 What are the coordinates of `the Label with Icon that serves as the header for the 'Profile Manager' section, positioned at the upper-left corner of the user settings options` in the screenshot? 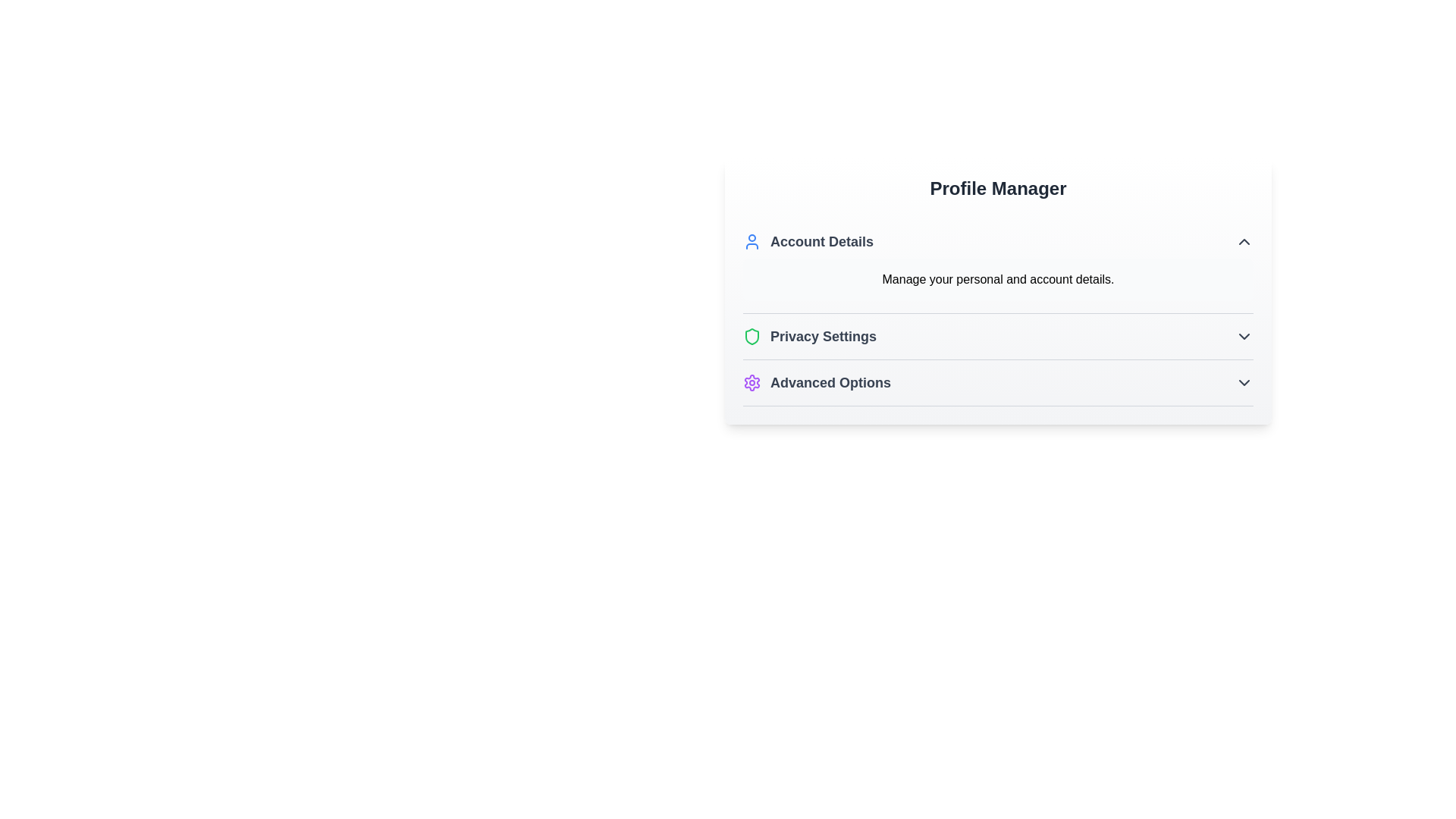 It's located at (807, 241).